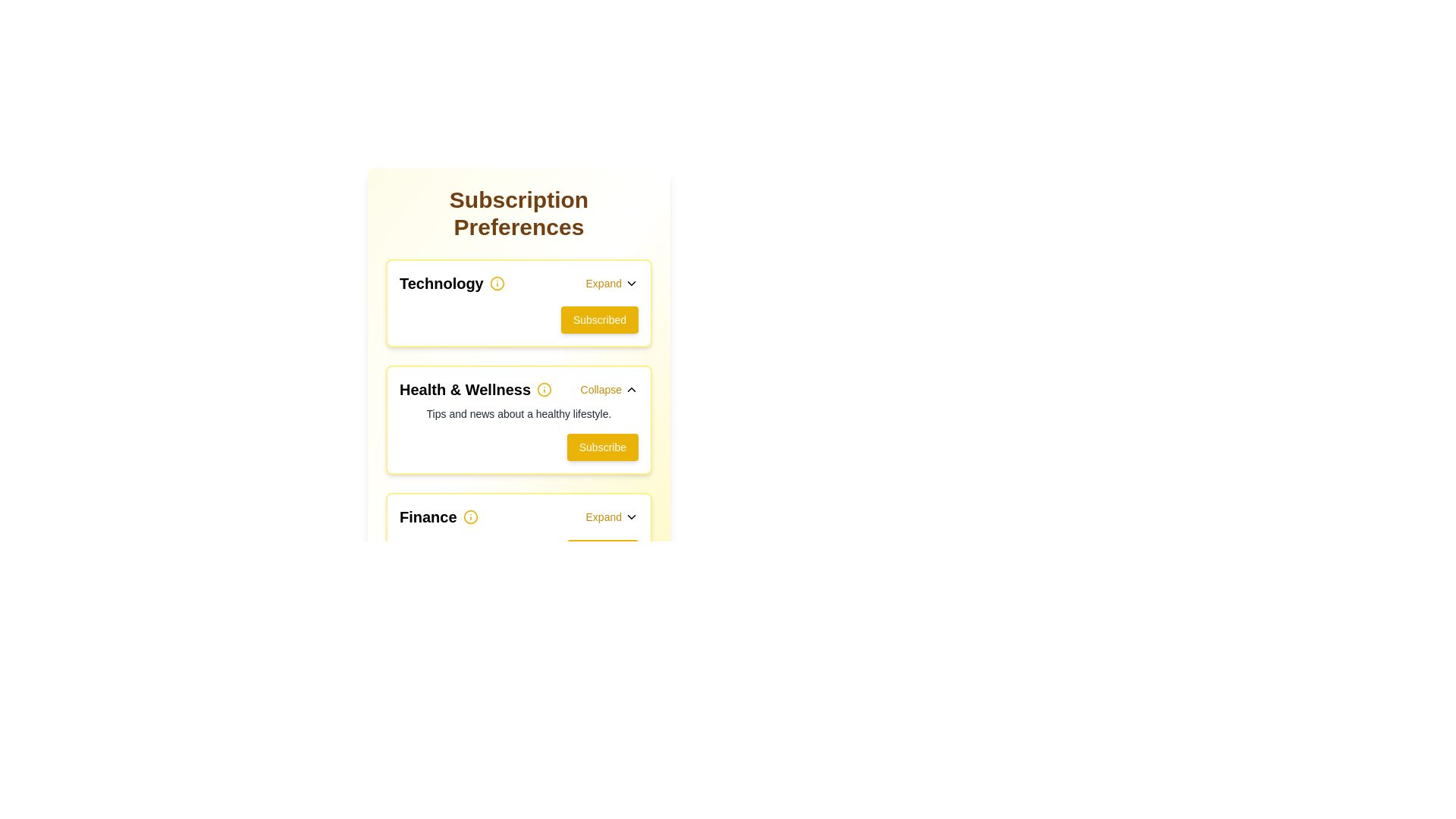 Image resolution: width=1456 pixels, height=819 pixels. What do you see at coordinates (601, 447) in the screenshot?
I see `the 'Health & Wellness' subscription button located at the bottom right corner of the 'Subscription Preferences' interface` at bounding box center [601, 447].